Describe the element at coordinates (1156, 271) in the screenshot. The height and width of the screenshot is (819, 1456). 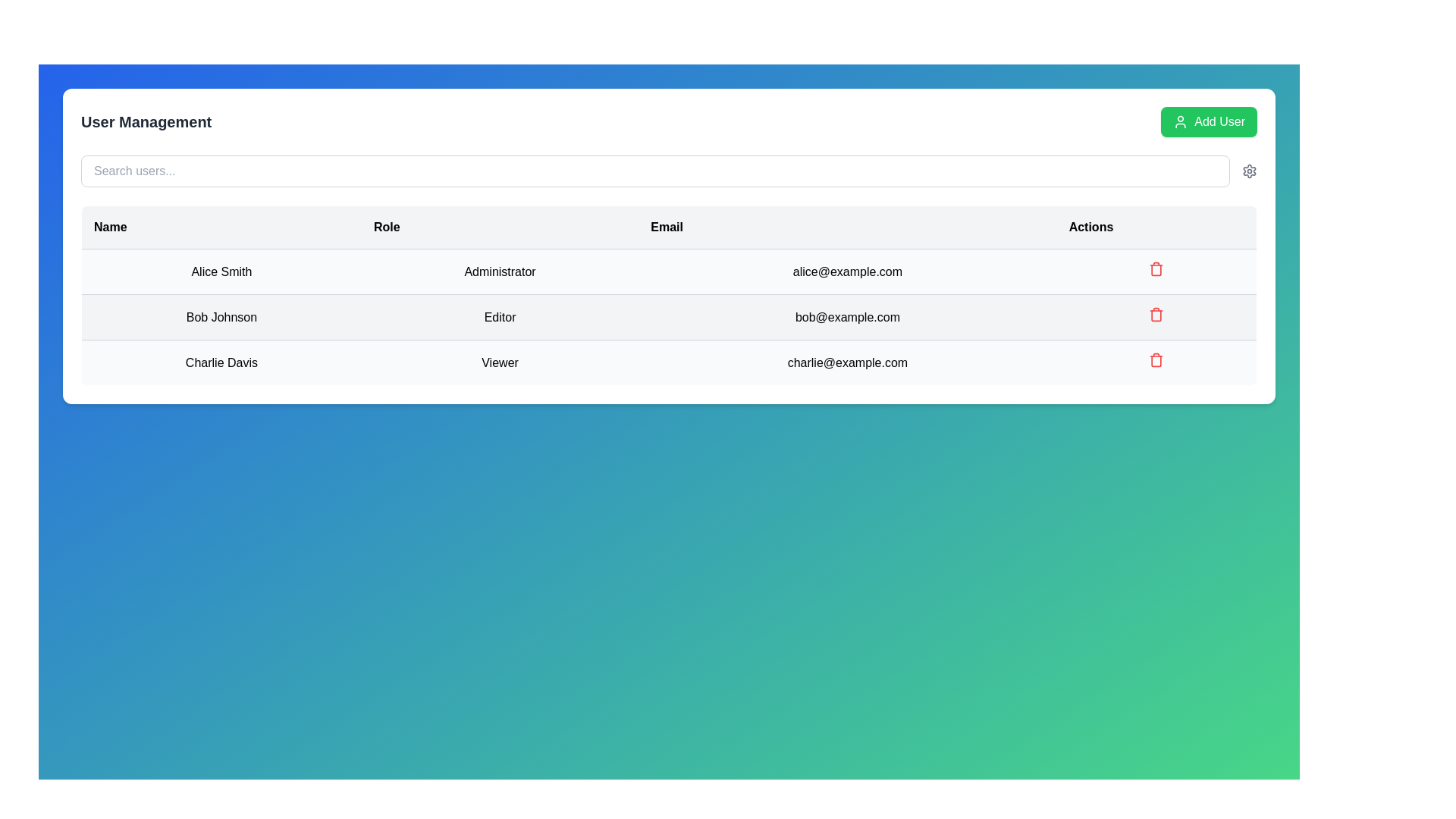
I see `the delete button icon located in the last column of the first row of the table, aligned with 'Alice Smith' in the 'Name' column` at that location.